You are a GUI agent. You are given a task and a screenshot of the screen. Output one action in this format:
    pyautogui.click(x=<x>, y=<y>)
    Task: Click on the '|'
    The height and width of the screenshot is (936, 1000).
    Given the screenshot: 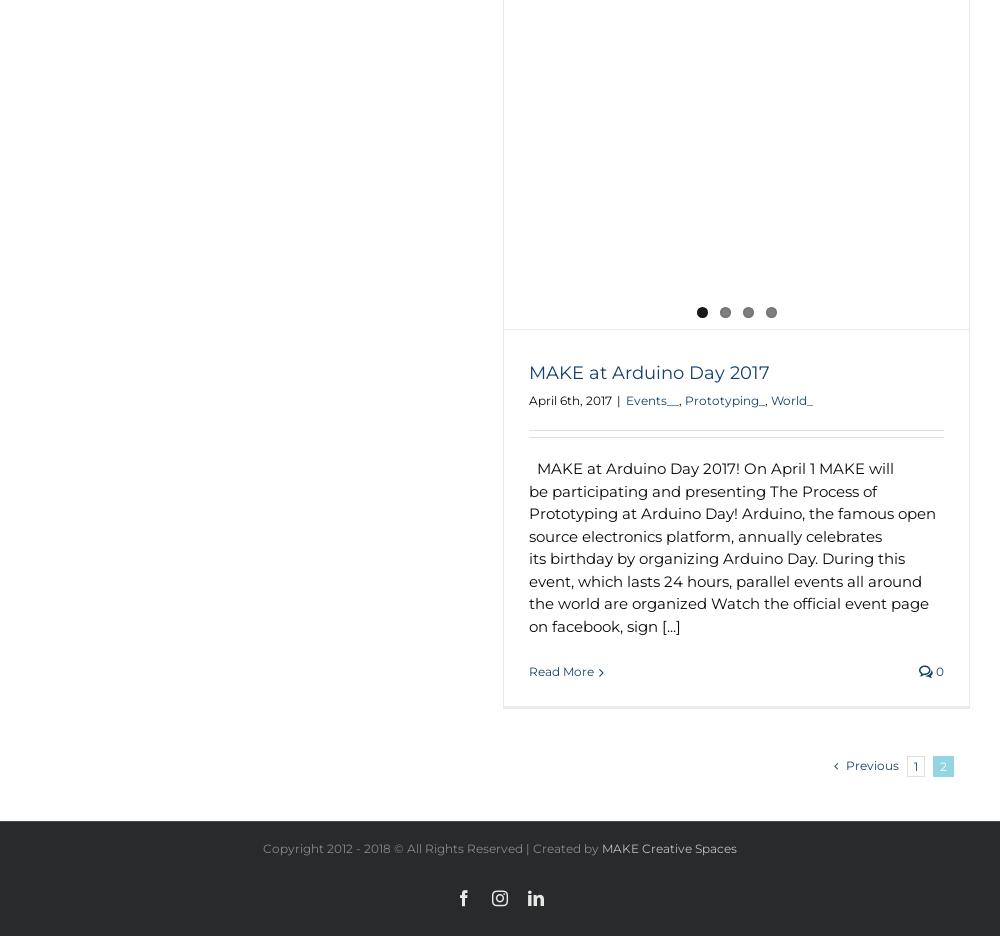 What is the action you would take?
    pyautogui.click(x=616, y=399)
    